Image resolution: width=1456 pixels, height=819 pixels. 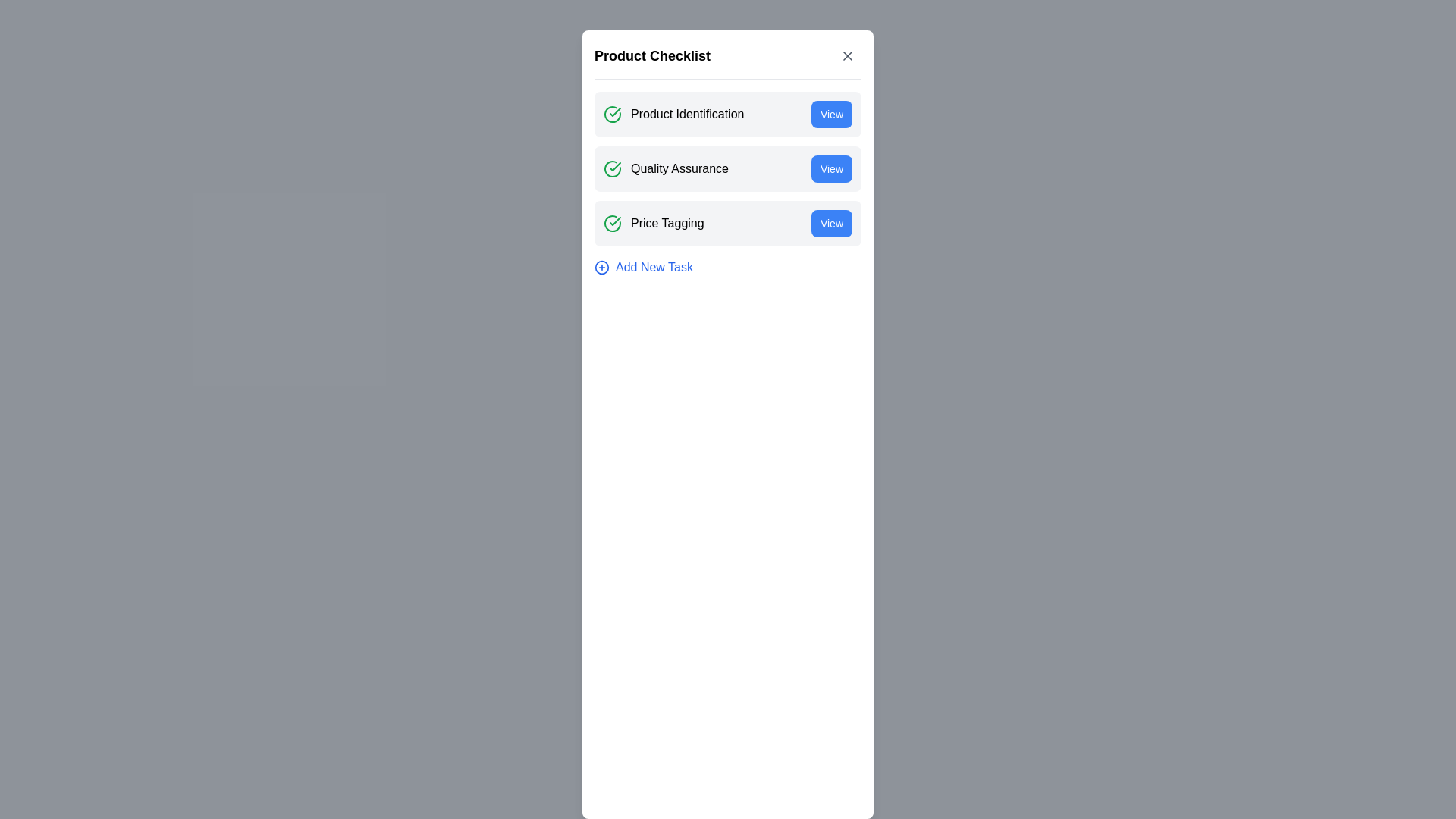 What do you see at coordinates (654, 223) in the screenshot?
I see `the completed task row labeled 'Price Tagging', which is visually indicated by its status icon and is positioned between 'Quality Assurance' and the 'View' button` at bounding box center [654, 223].